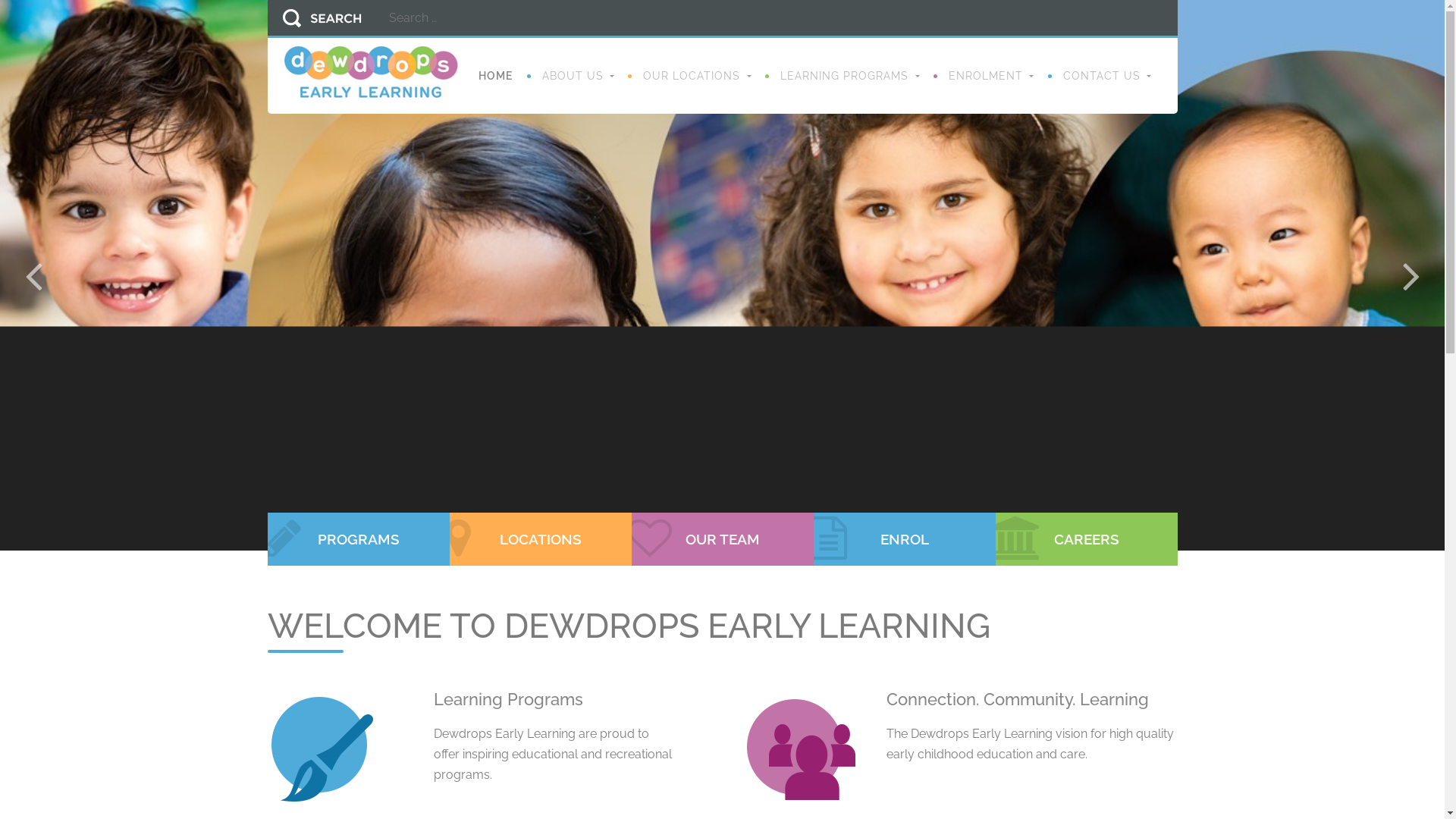 The width and height of the screenshot is (1456, 819). I want to click on 'LOCATIONS', so click(539, 538).